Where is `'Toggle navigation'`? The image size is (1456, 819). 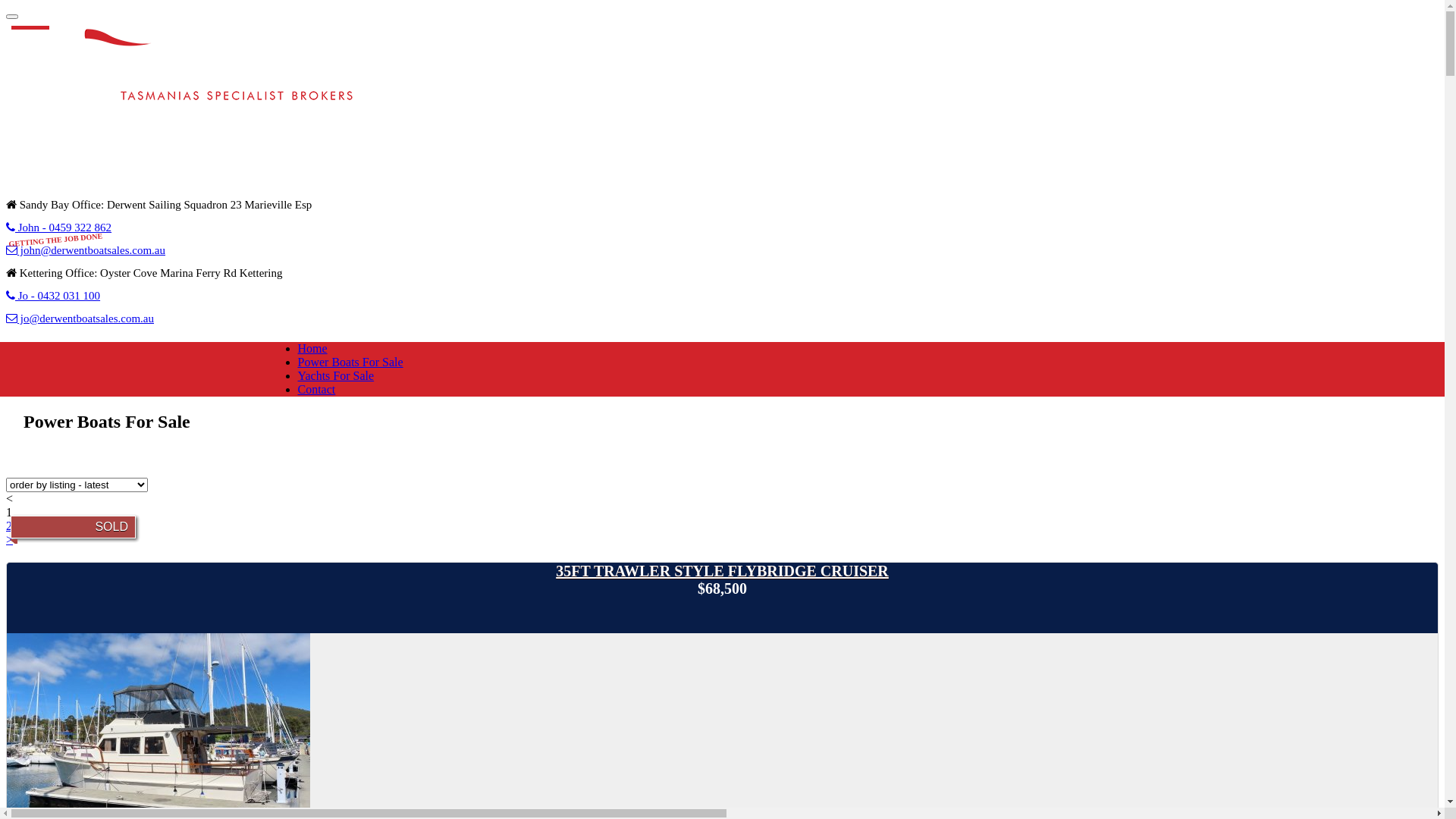
'Toggle navigation' is located at coordinates (11, 17).